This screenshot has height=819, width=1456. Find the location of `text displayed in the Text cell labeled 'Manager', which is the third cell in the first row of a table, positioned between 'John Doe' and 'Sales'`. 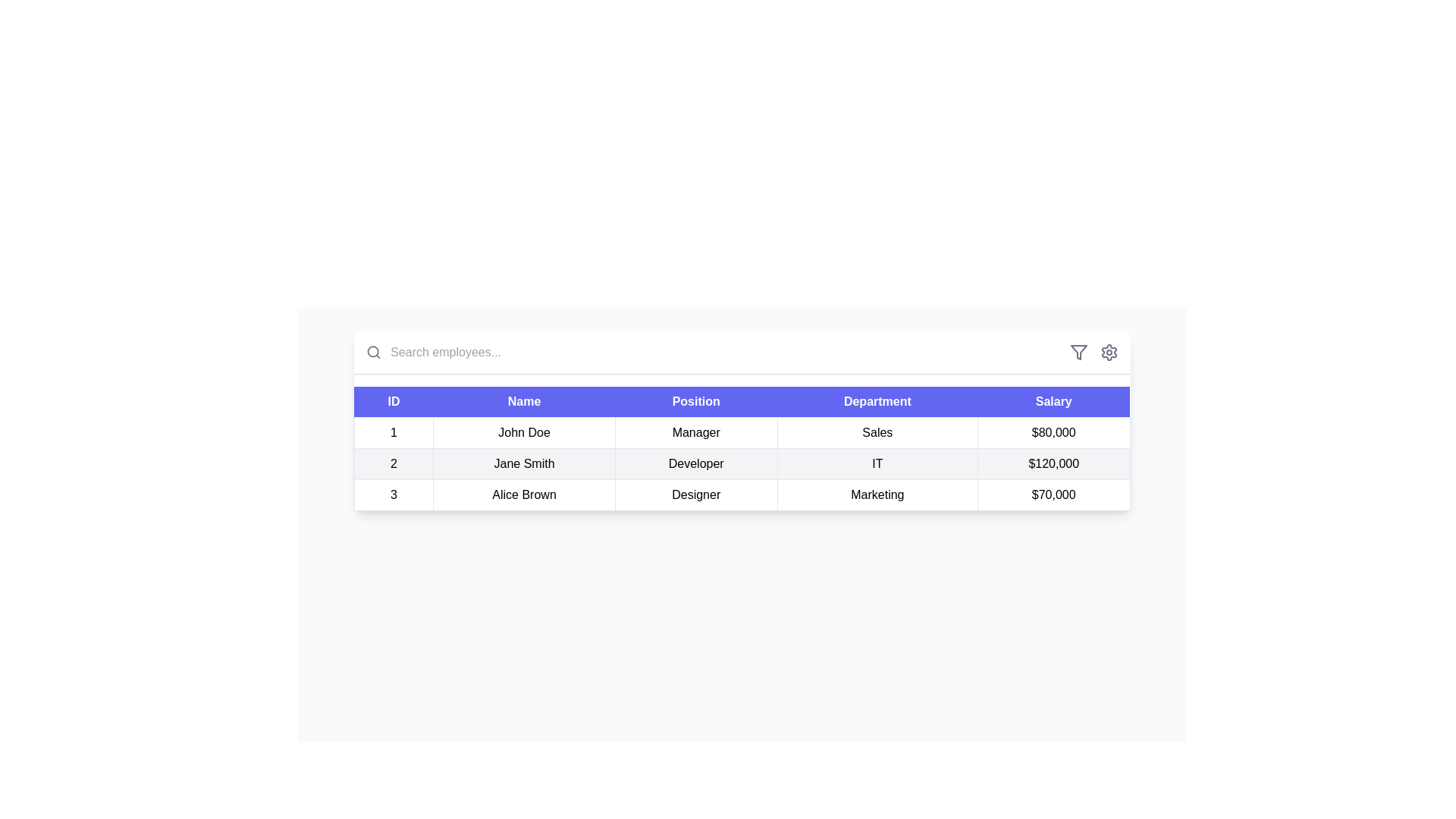

text displayed in the Text cell labeled 'Manager', which is the third cell in the first row of a table, positioned between 'John Doe' and 'Sales' is located at coordinates (695, 432).